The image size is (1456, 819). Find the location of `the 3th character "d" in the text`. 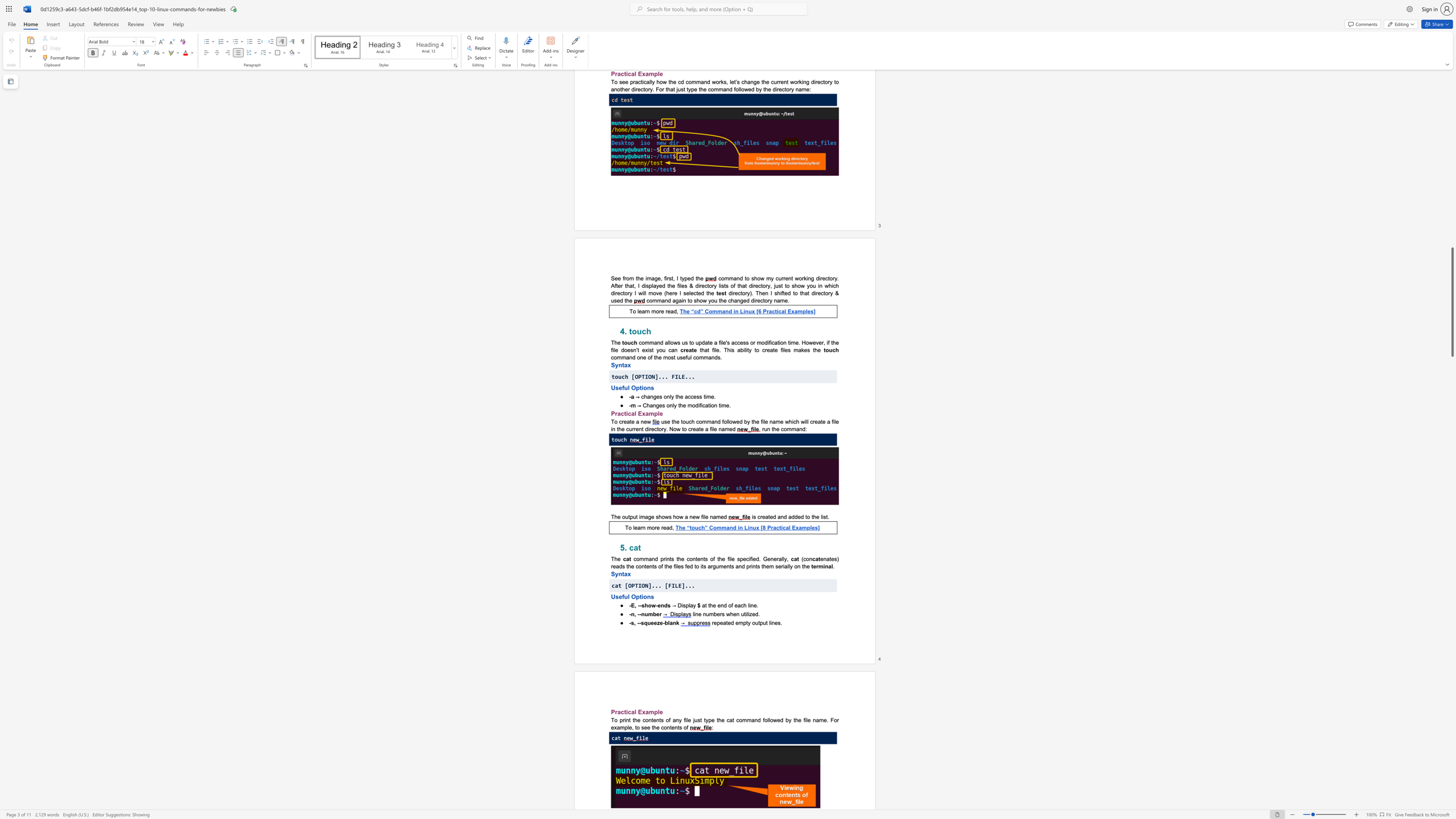

the 3th character "d" in the text is located at coordinates (793, 517).